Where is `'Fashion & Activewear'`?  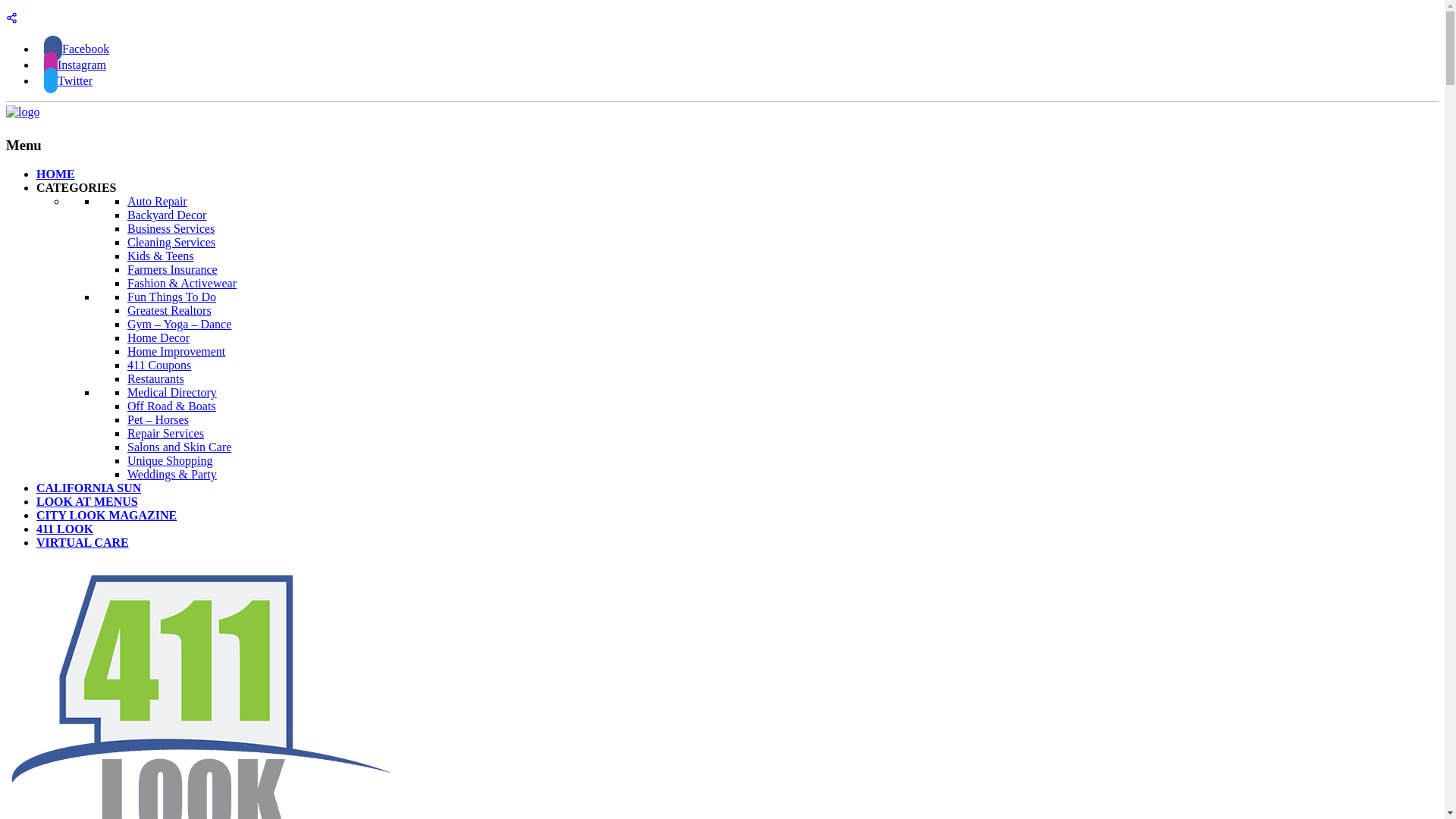
'Fashion & Activewear' is located at coordinates (182, 283).